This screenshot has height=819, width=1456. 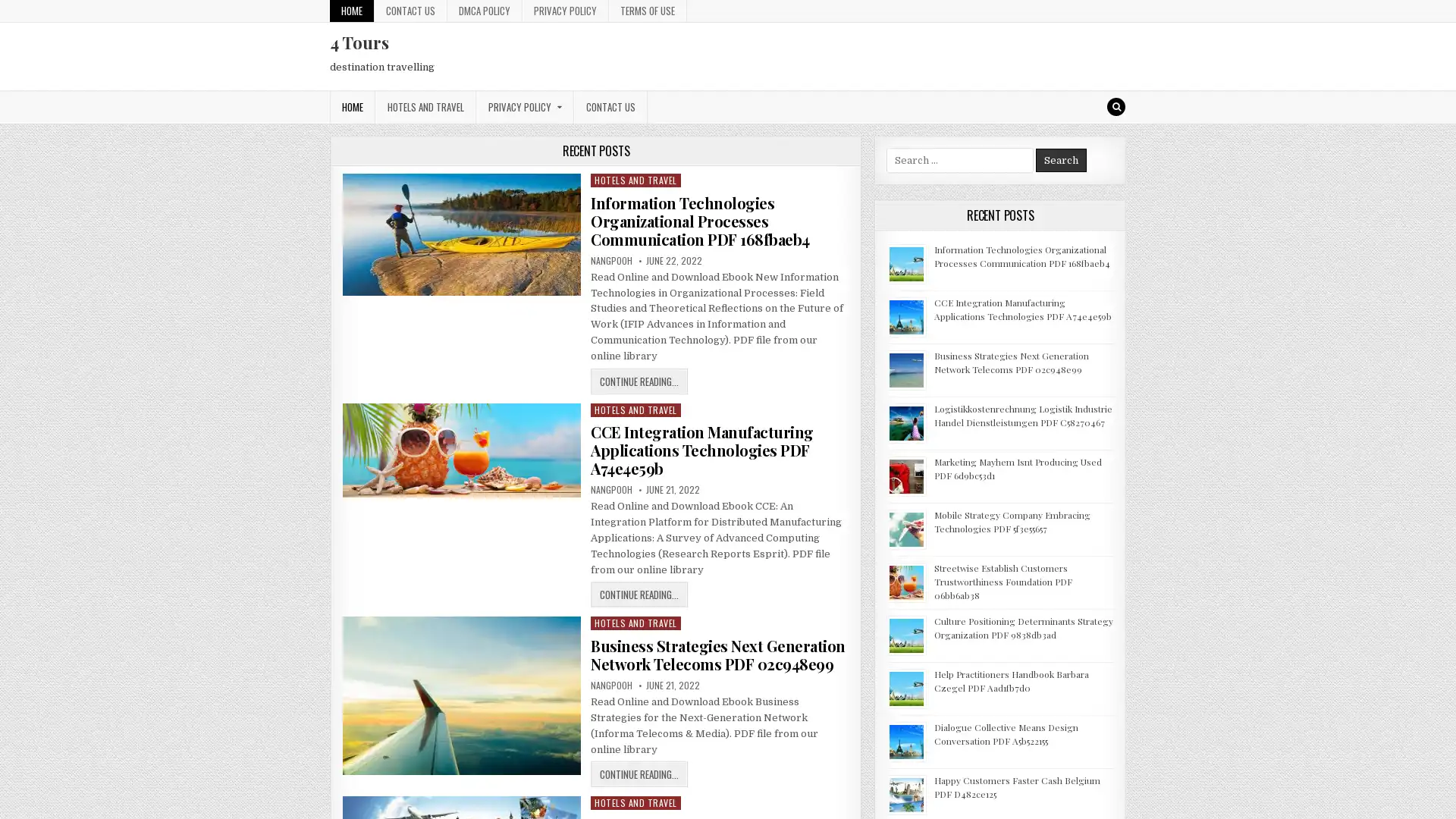 I want to click on Search, so click(x=1060, y=160).